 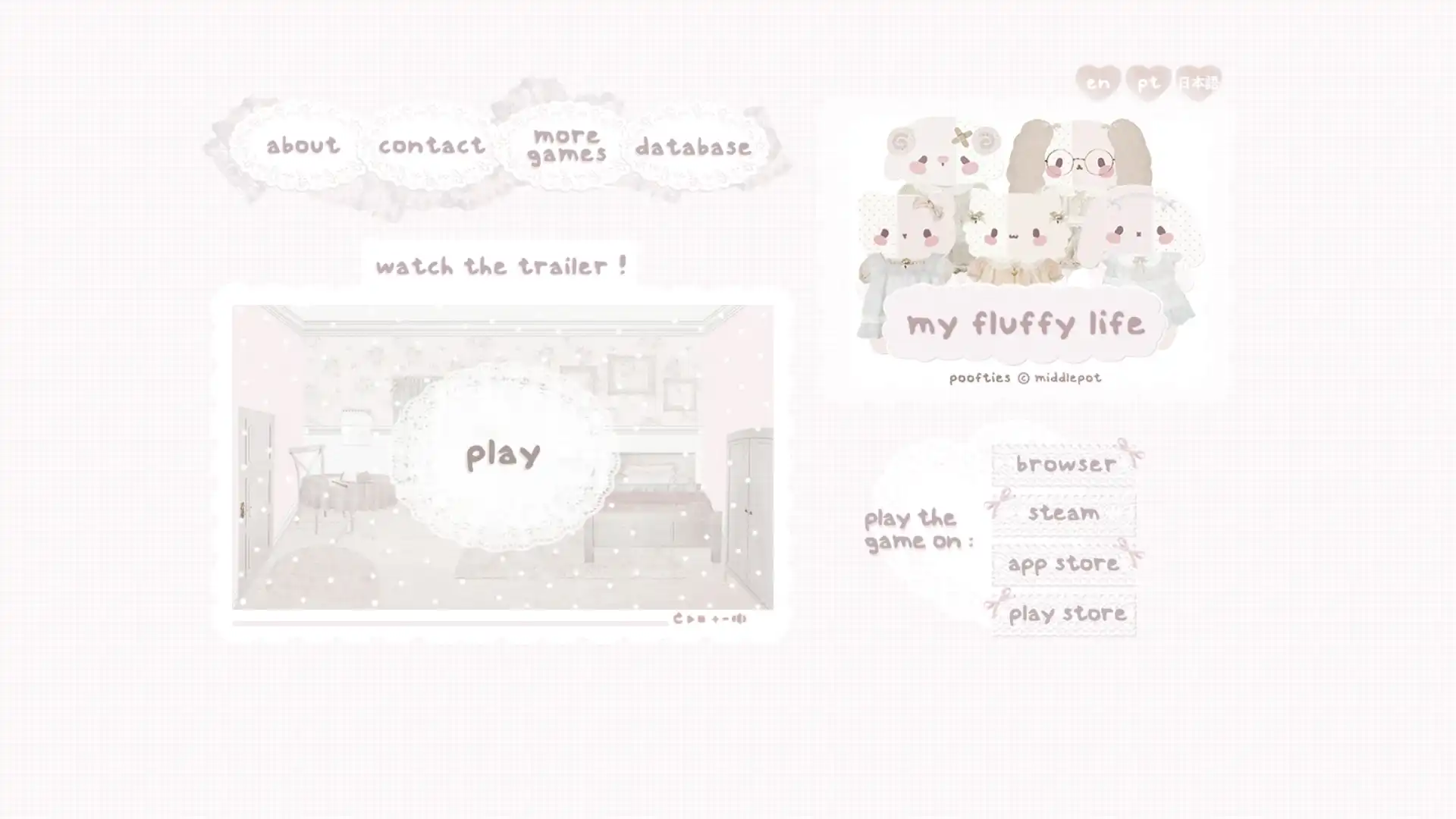 What do you see at coordinates (566, 513) in the screenshot?
I see `replay` at bounding box center [566, 513].